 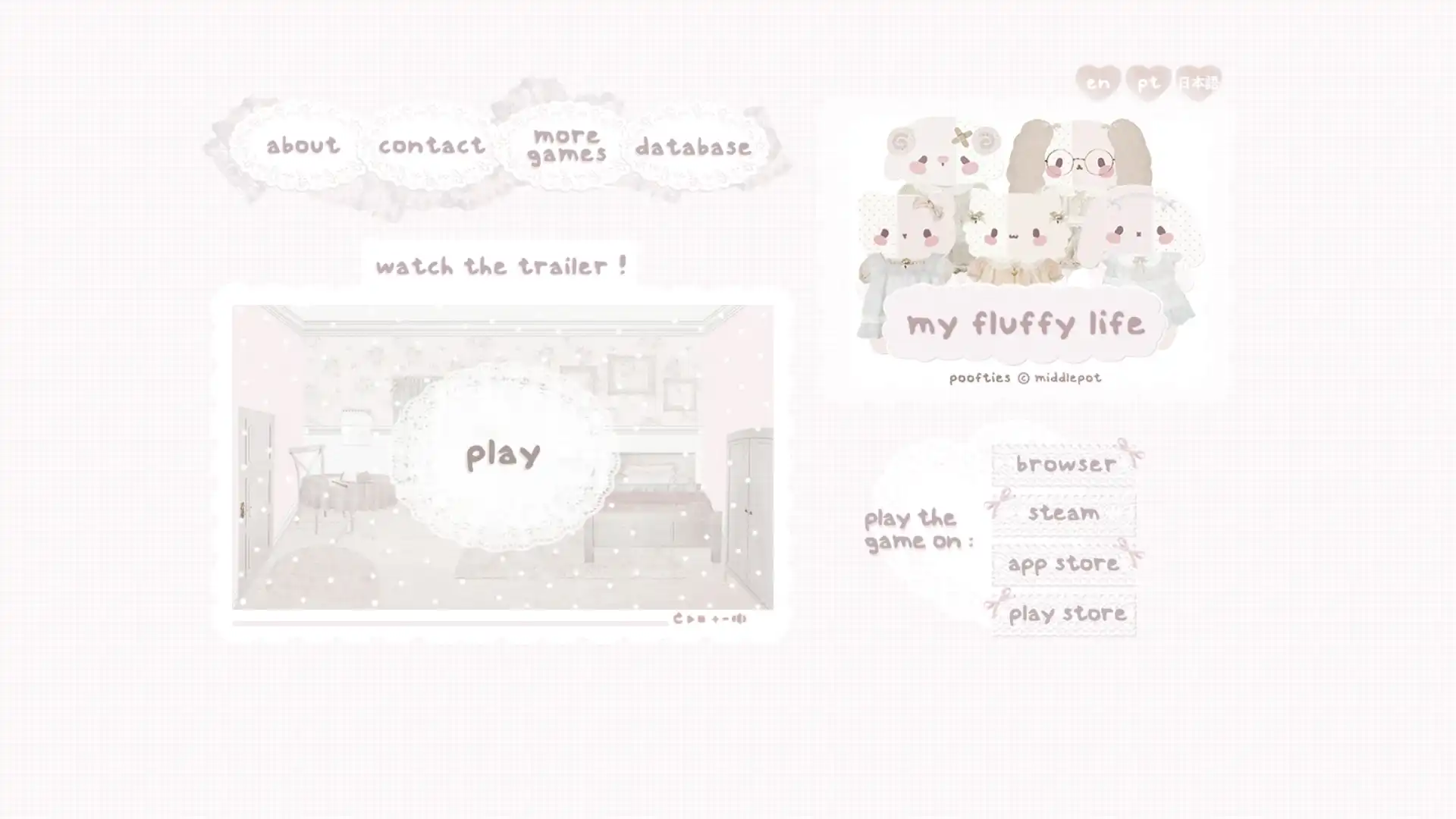 What do you see at coordinates (566, 513) in the screenshot?
I see `replay` at bounding box center [566, 513].